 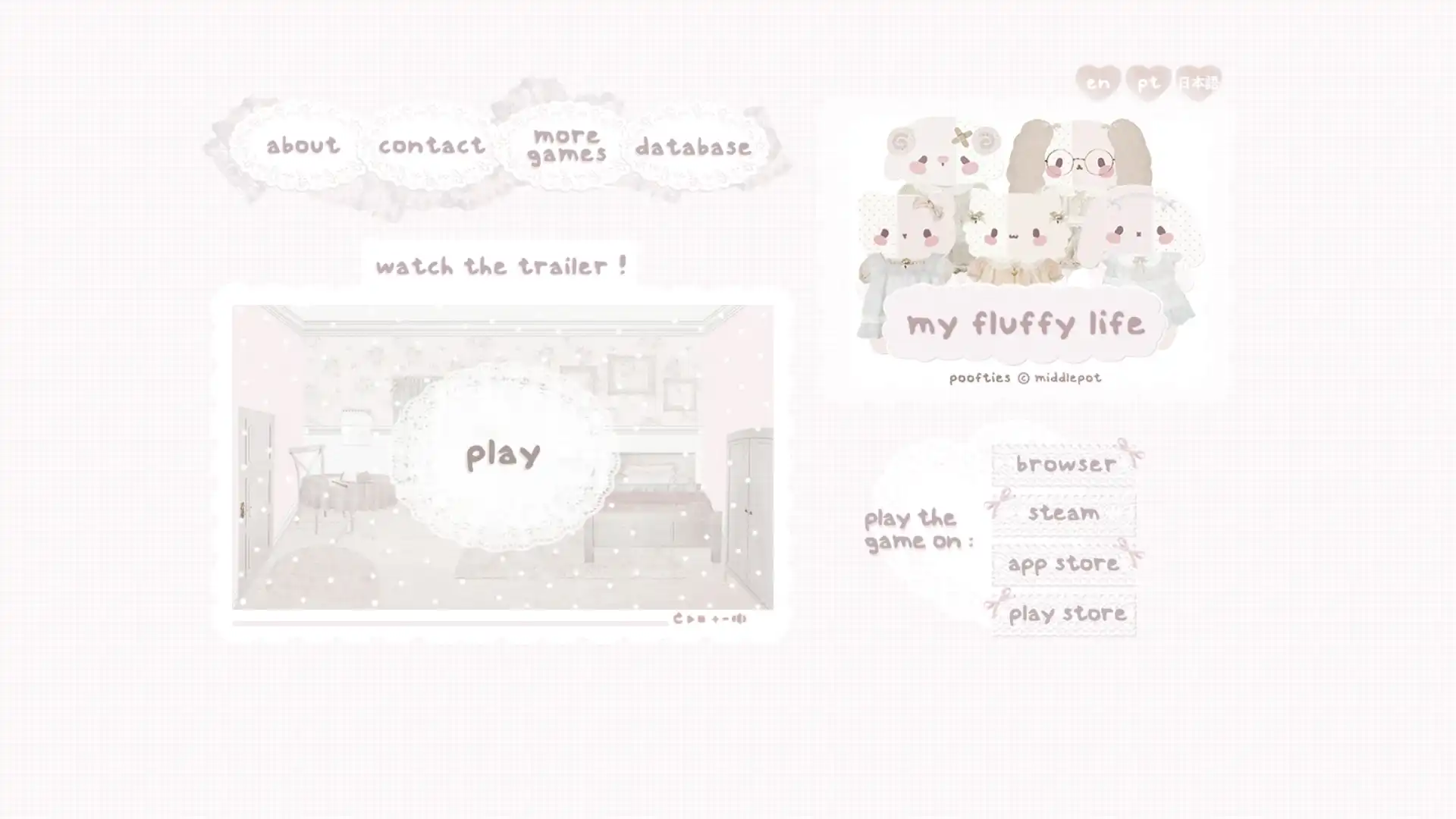 What do you see at coordinates (566, 513) in the screenshot?
I see `replay` at bounding box center [566, 513].